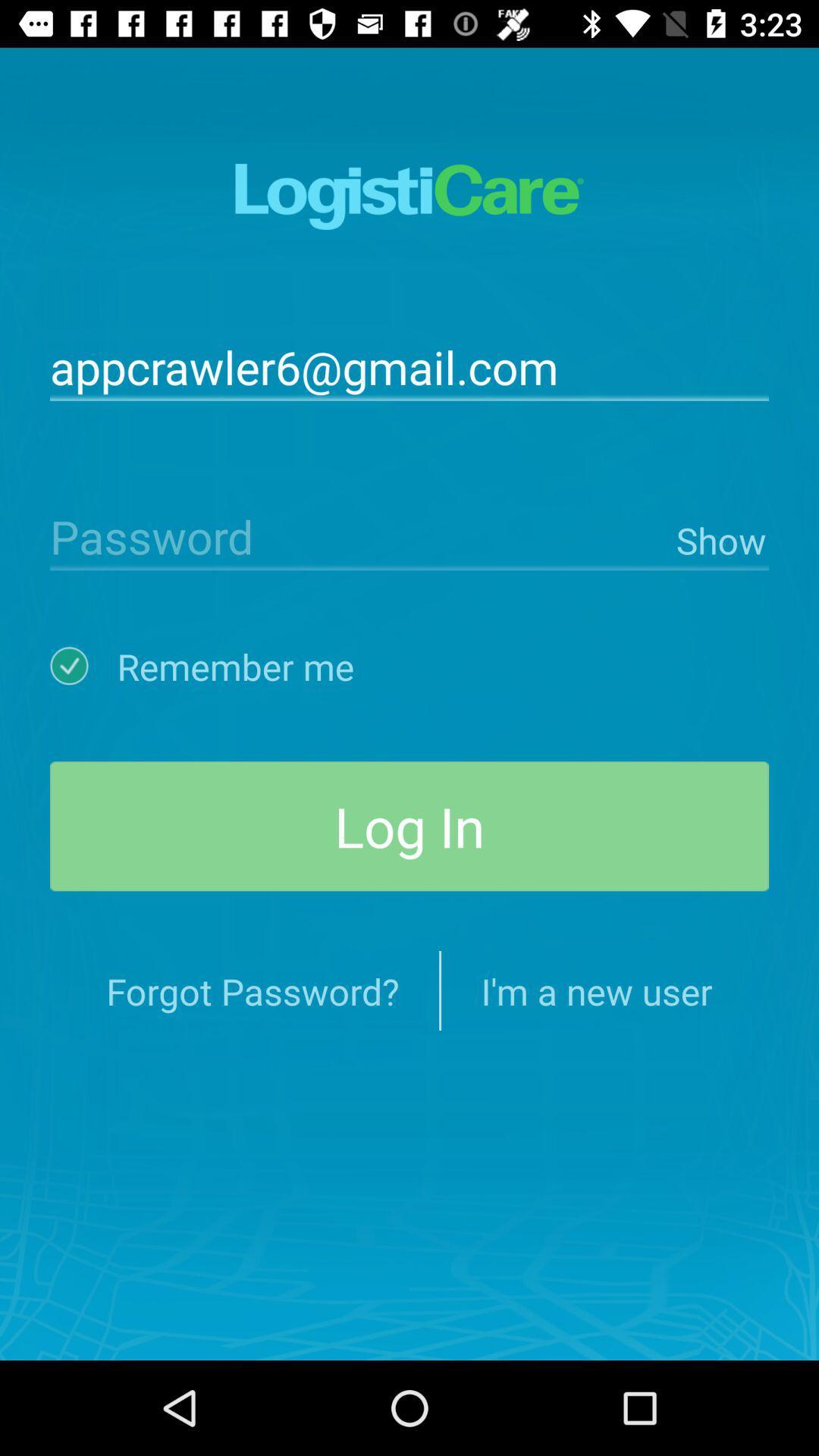 The image size is (819, 1456). I want to click on icon on the right, so click(718, 537).